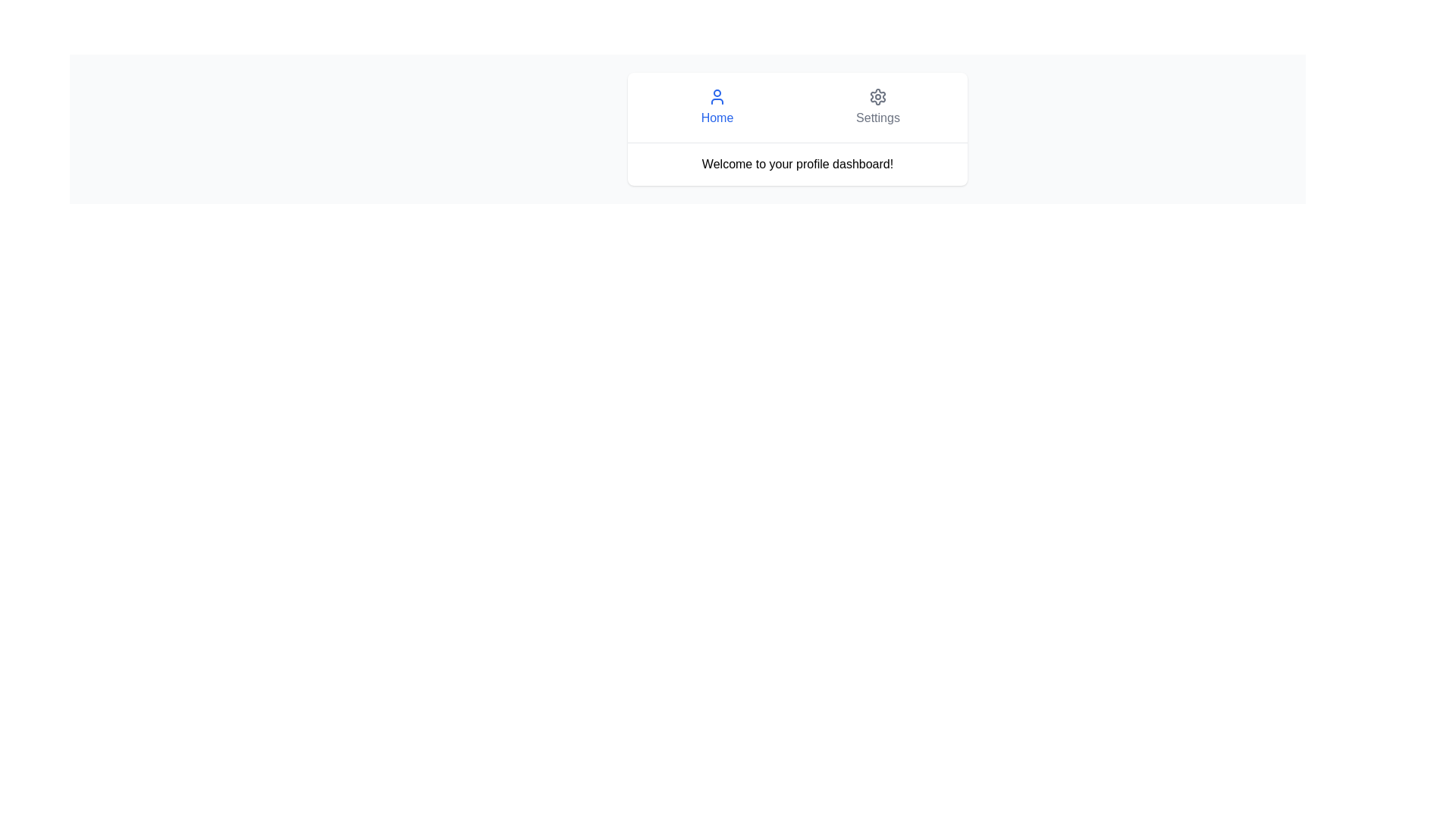 The width and height of the screenshot is (1456, 819). Describe the element at coordinates (877, 96) in the screenshot. I see `the gear-shaped icon located in the upper right area of the profile dashboard, adjacent to the 'Settings' label` at that location.